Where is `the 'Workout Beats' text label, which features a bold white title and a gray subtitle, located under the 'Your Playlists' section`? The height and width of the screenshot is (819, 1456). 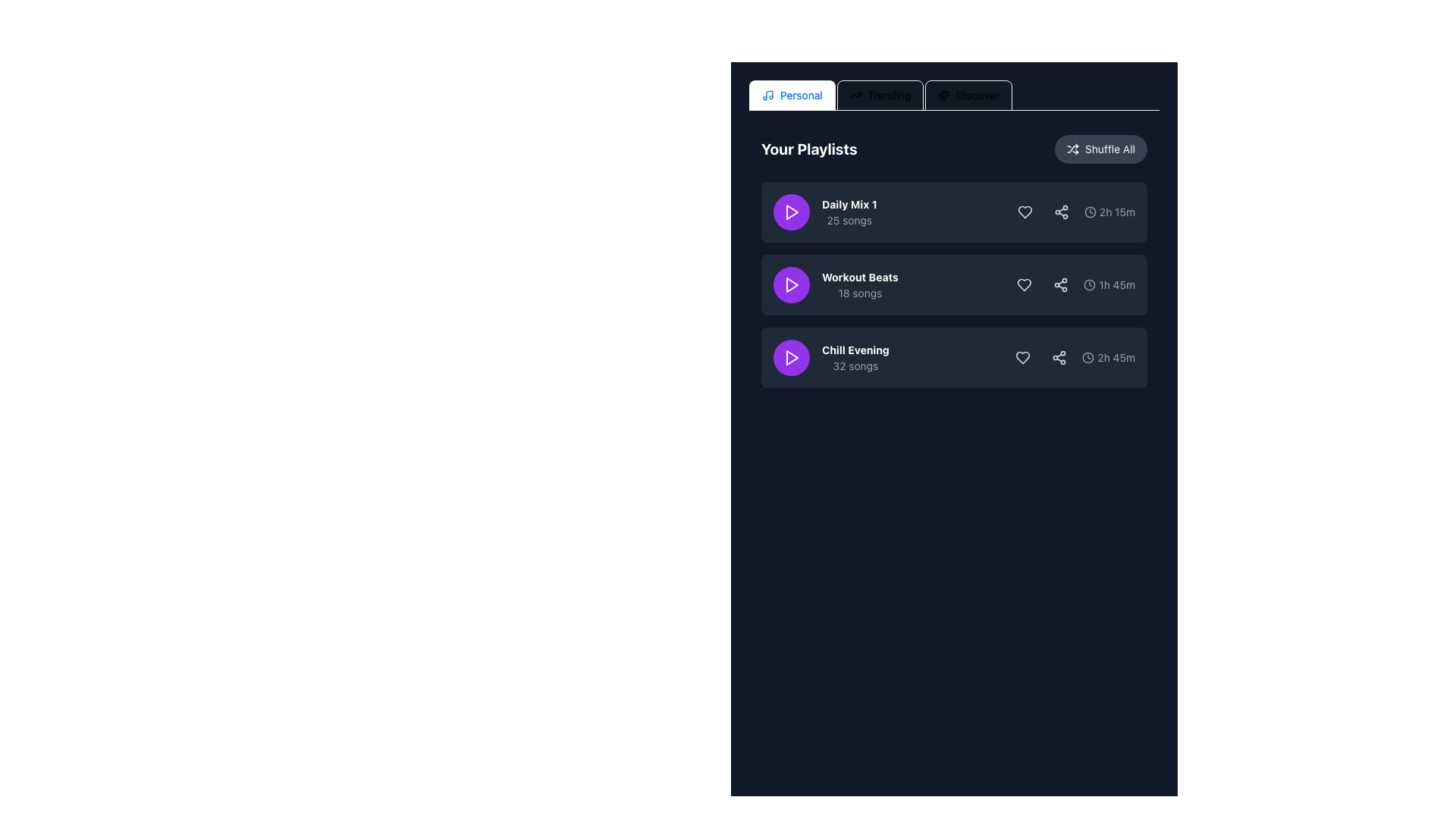 the 'Workout Beats' text label, which features a bold white title and a gray subtitle, located under the 'Your Playlists' section is located at coordinates (860, 284).